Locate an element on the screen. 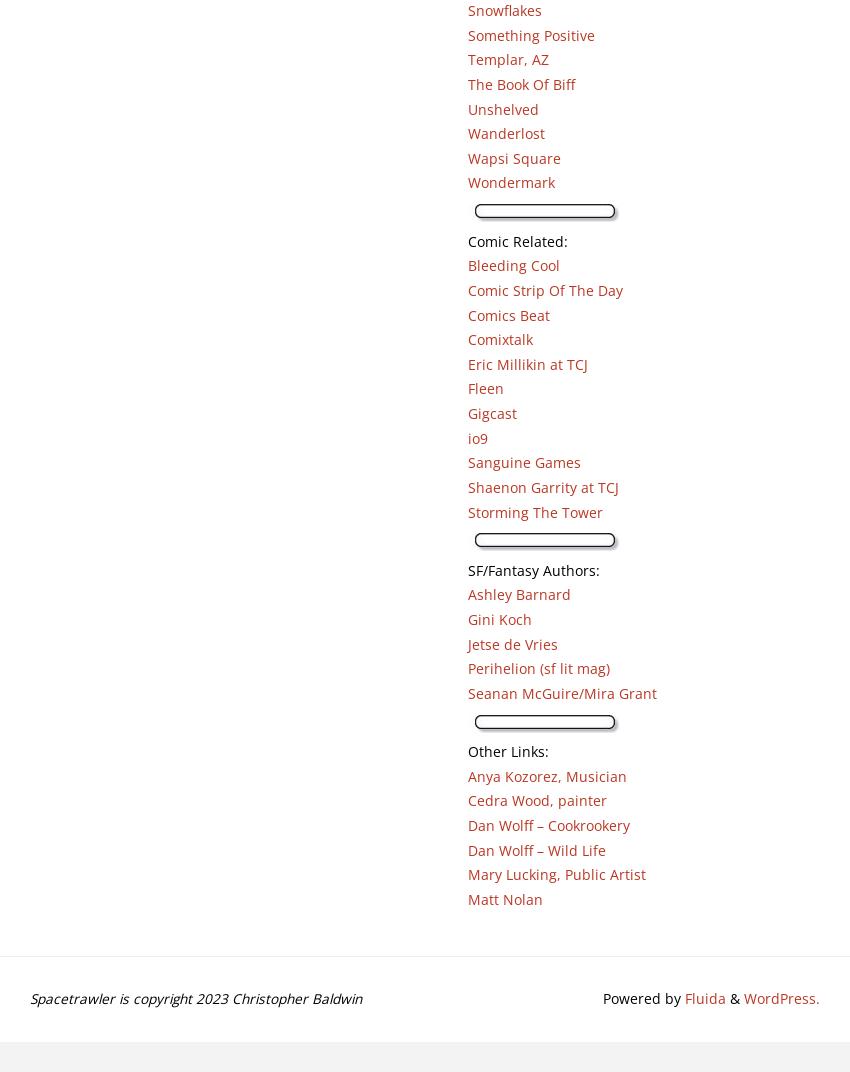 Image resolution: width=850 pixels, height=1072 pixels. 'Wondermark' is located at coordinates (510, 181).